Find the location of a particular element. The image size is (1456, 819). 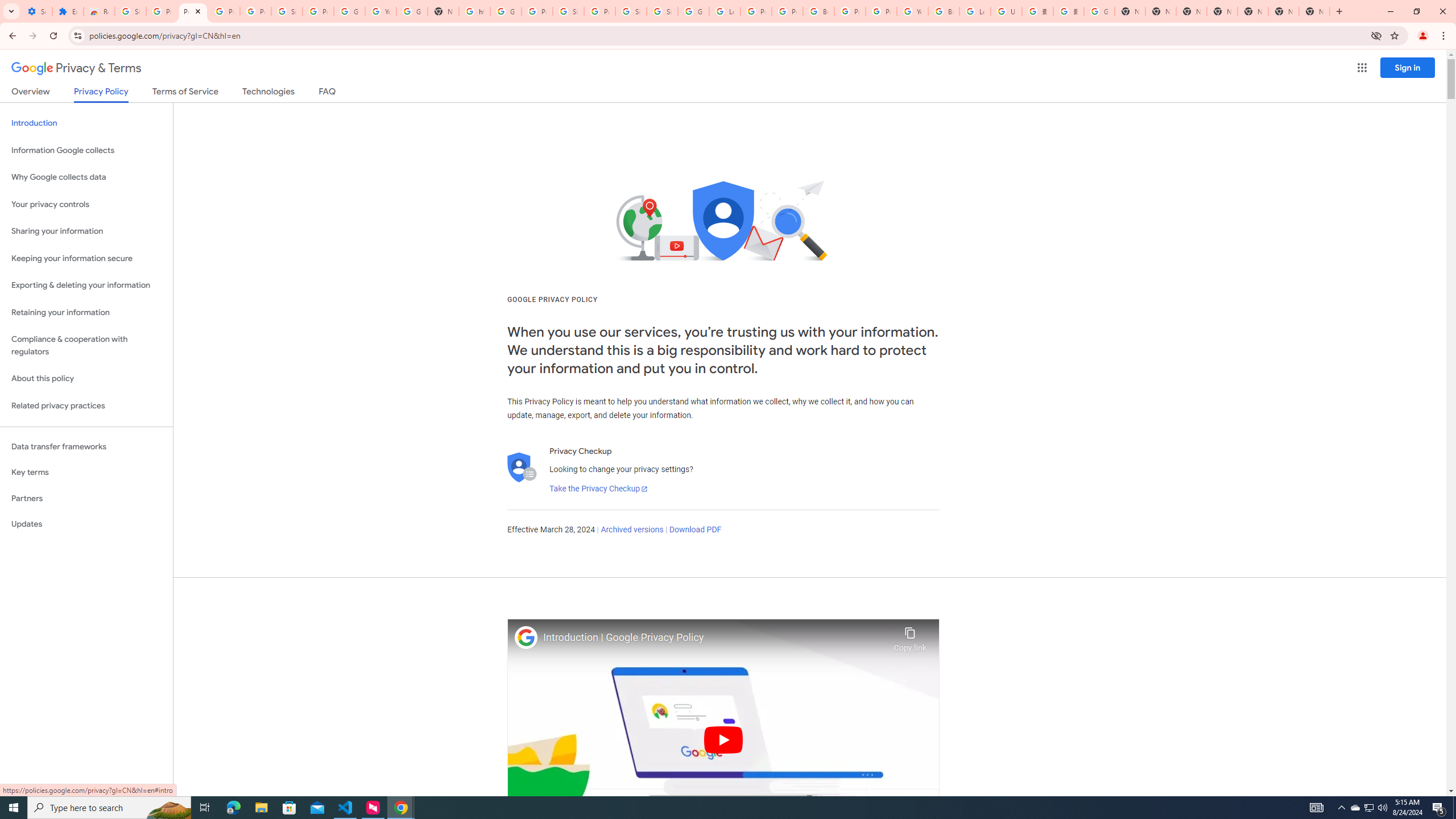

'Privacy & Terms' is located at coordinates (76, 68).